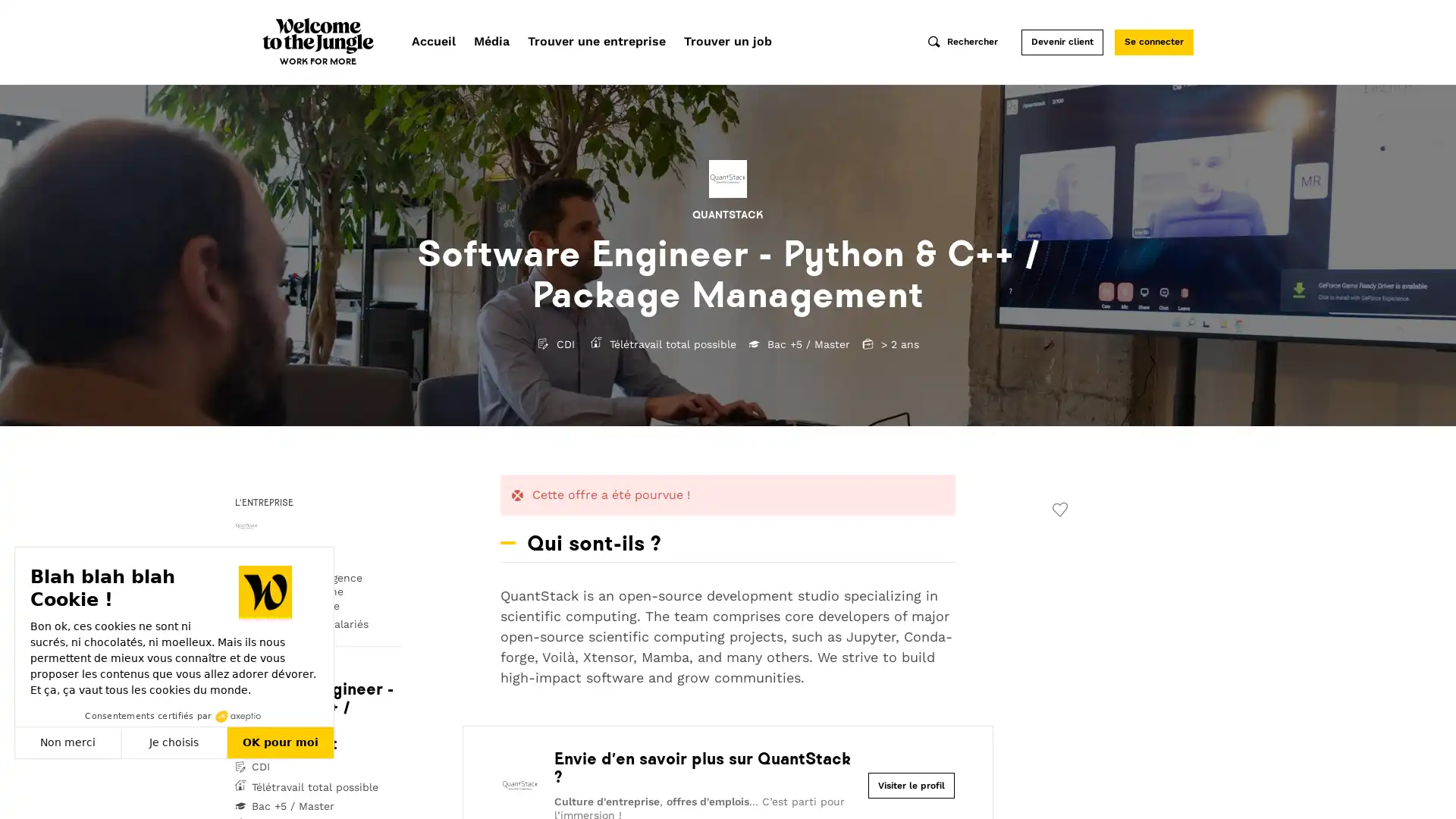  What do you see at coordinates (280, 742) in the screenshot?
I see `OK pour moi` at bounding box center [280, 742].